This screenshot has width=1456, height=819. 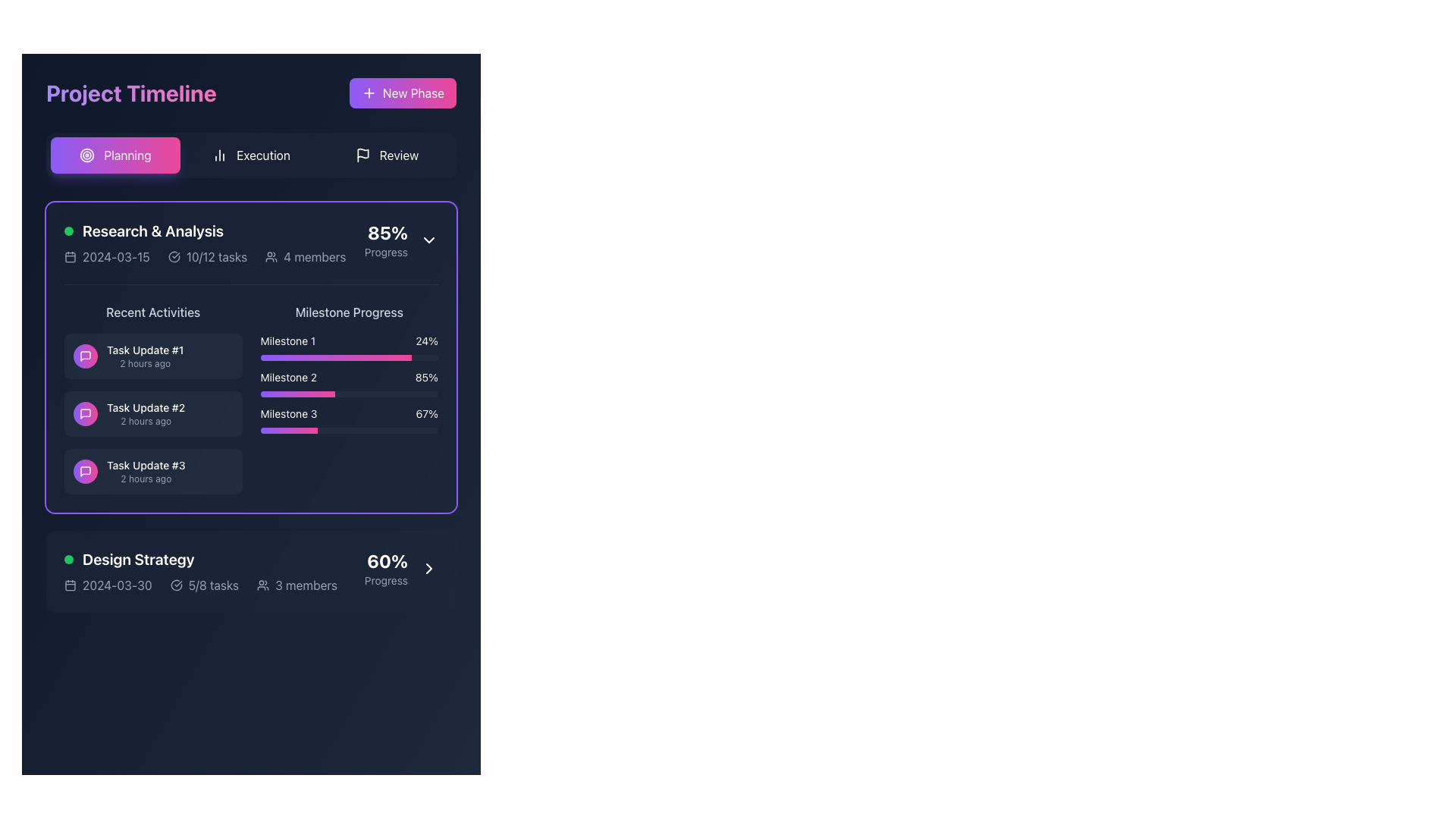 I want to click on the text label that displays the title or name of a project phase or category, so click(x=138, y=559).